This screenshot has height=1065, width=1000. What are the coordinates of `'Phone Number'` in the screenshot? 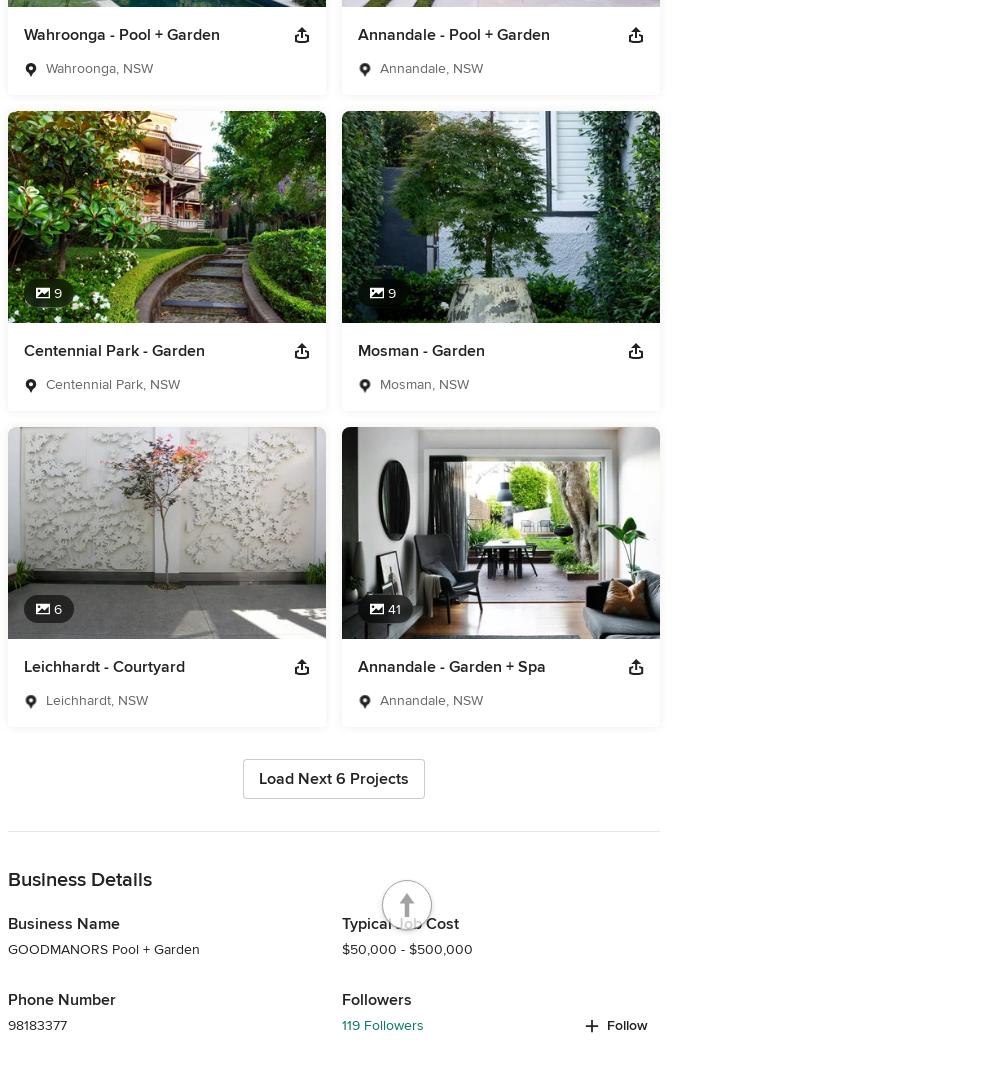 It's located at (62, 1000).